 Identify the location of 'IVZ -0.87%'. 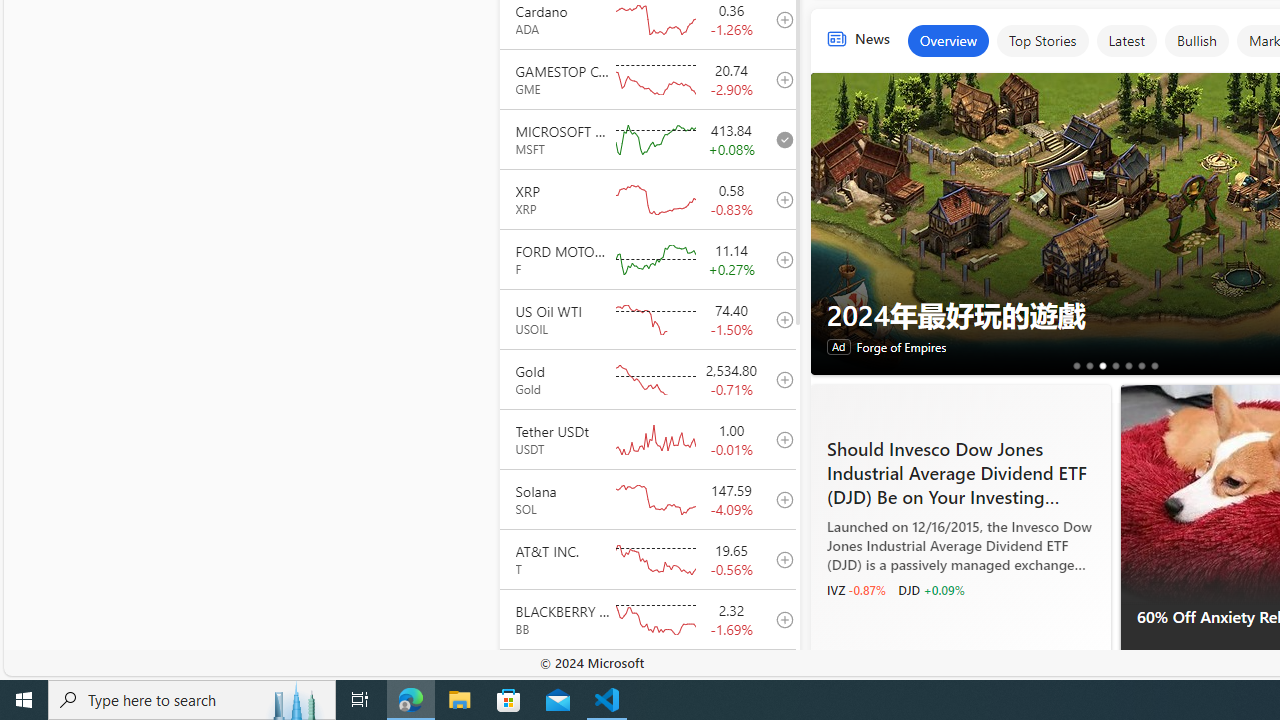
(855, 589).